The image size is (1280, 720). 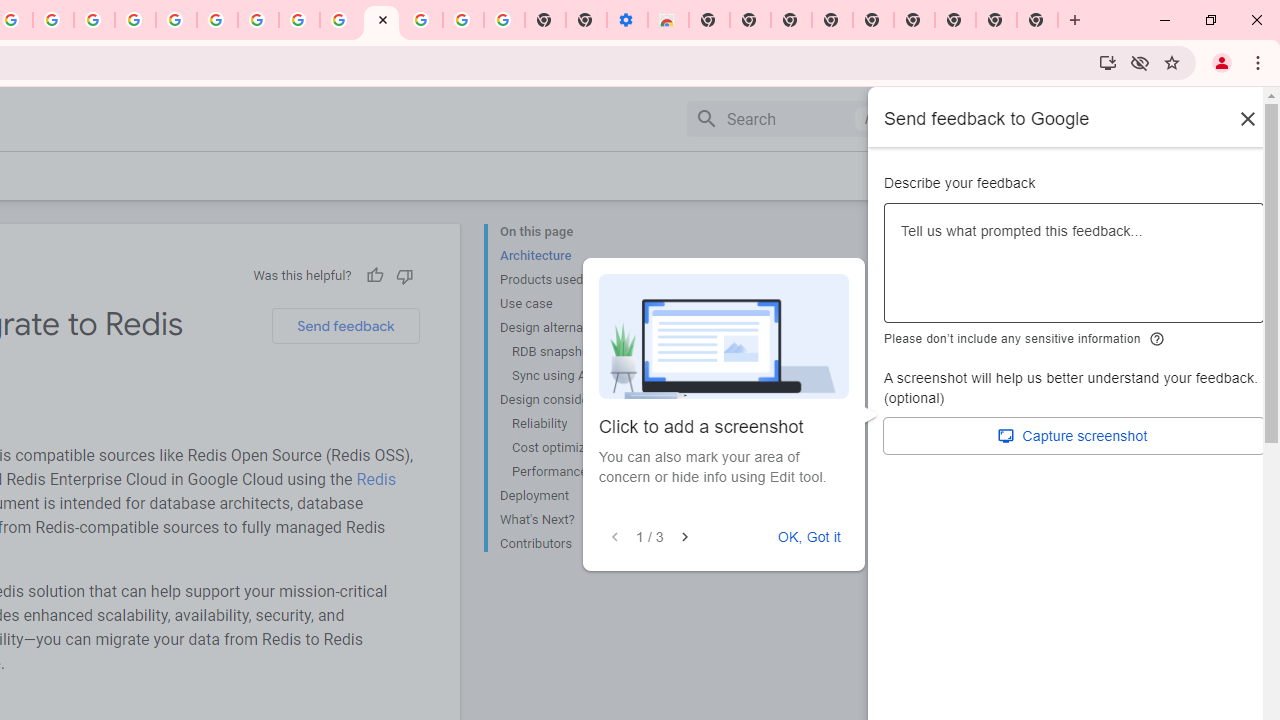 What do you see at coordinates (684, 536) in the screenshot?
I see `'Next'` at bounding box center [684, 536].